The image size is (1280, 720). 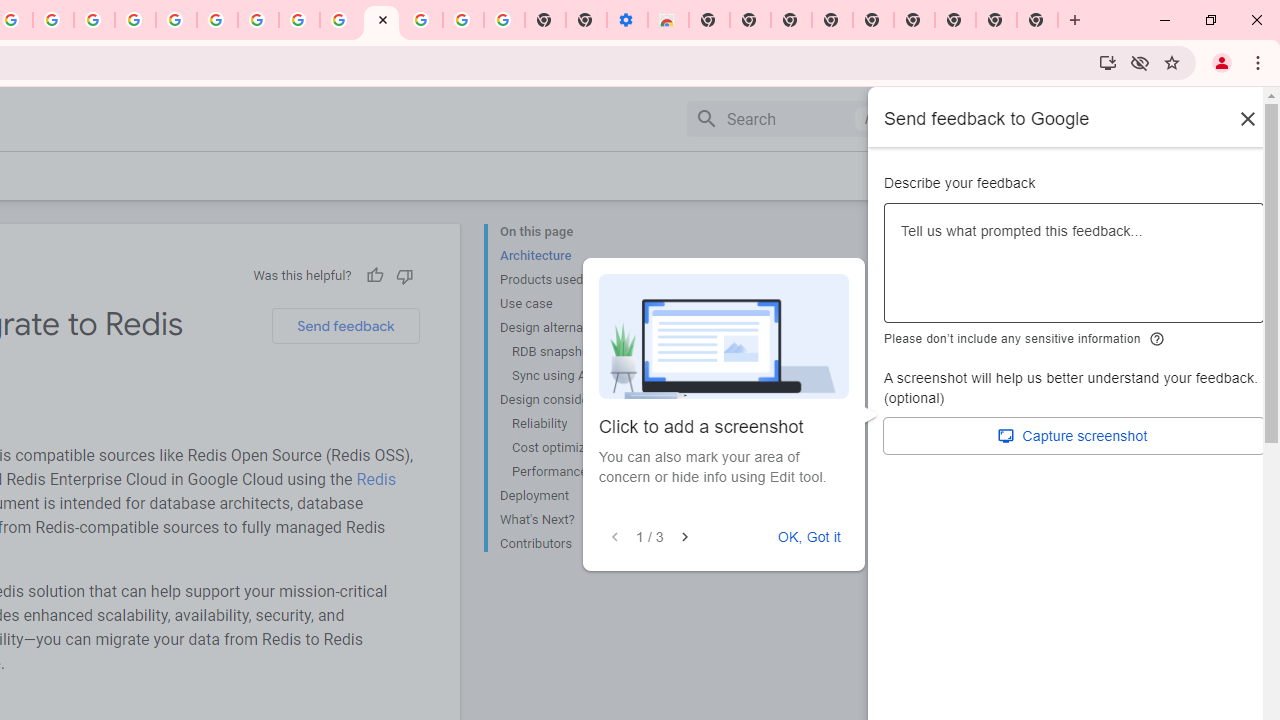 What do you see at coordinates (684, 536) in the screenshot?
I see `'Next'` at bounding box center [684, 536].